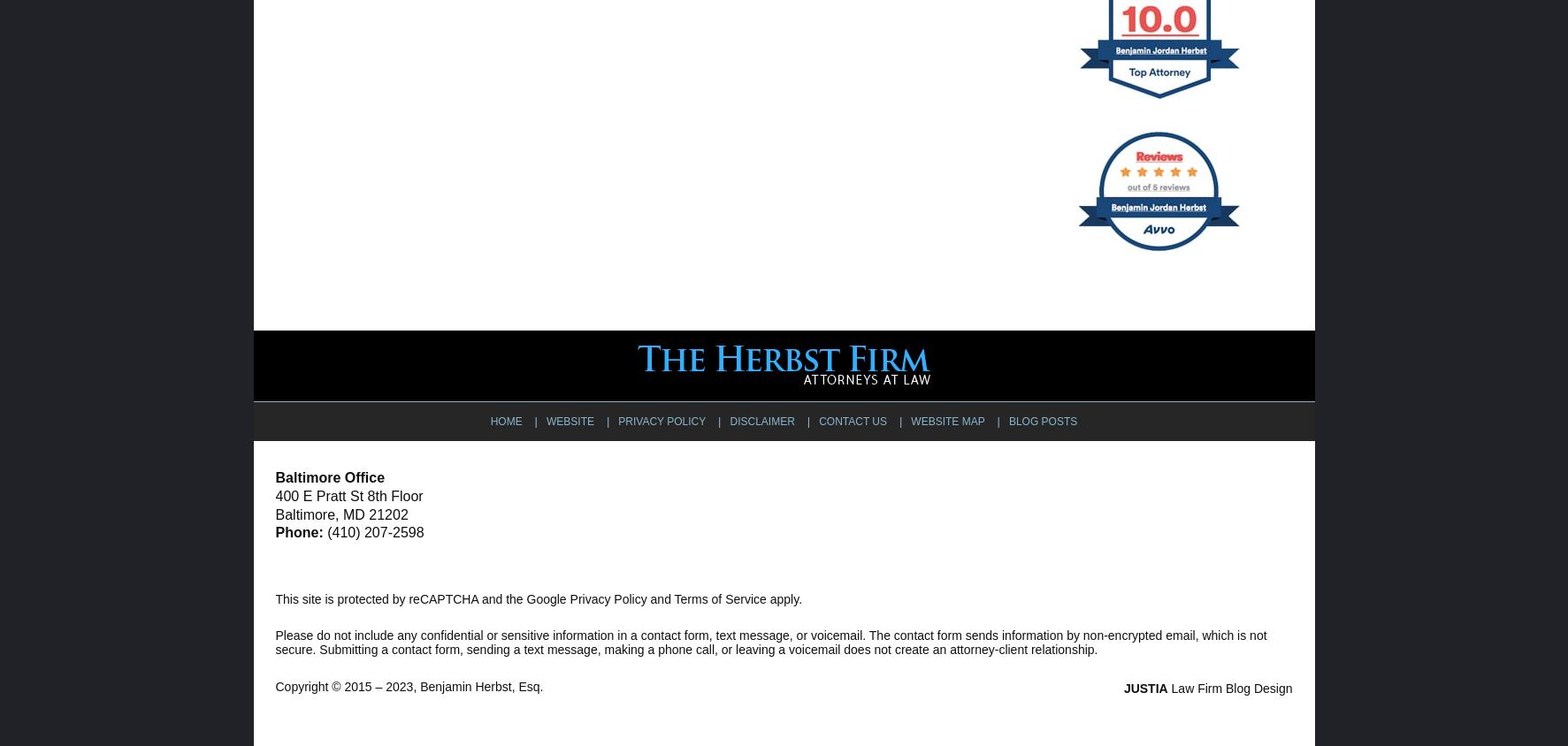 This screenshot has height=746, width=1568. Describe the element at coordinates (274, 685) in the screenshot. I see `'Copyright ©'` at that location.